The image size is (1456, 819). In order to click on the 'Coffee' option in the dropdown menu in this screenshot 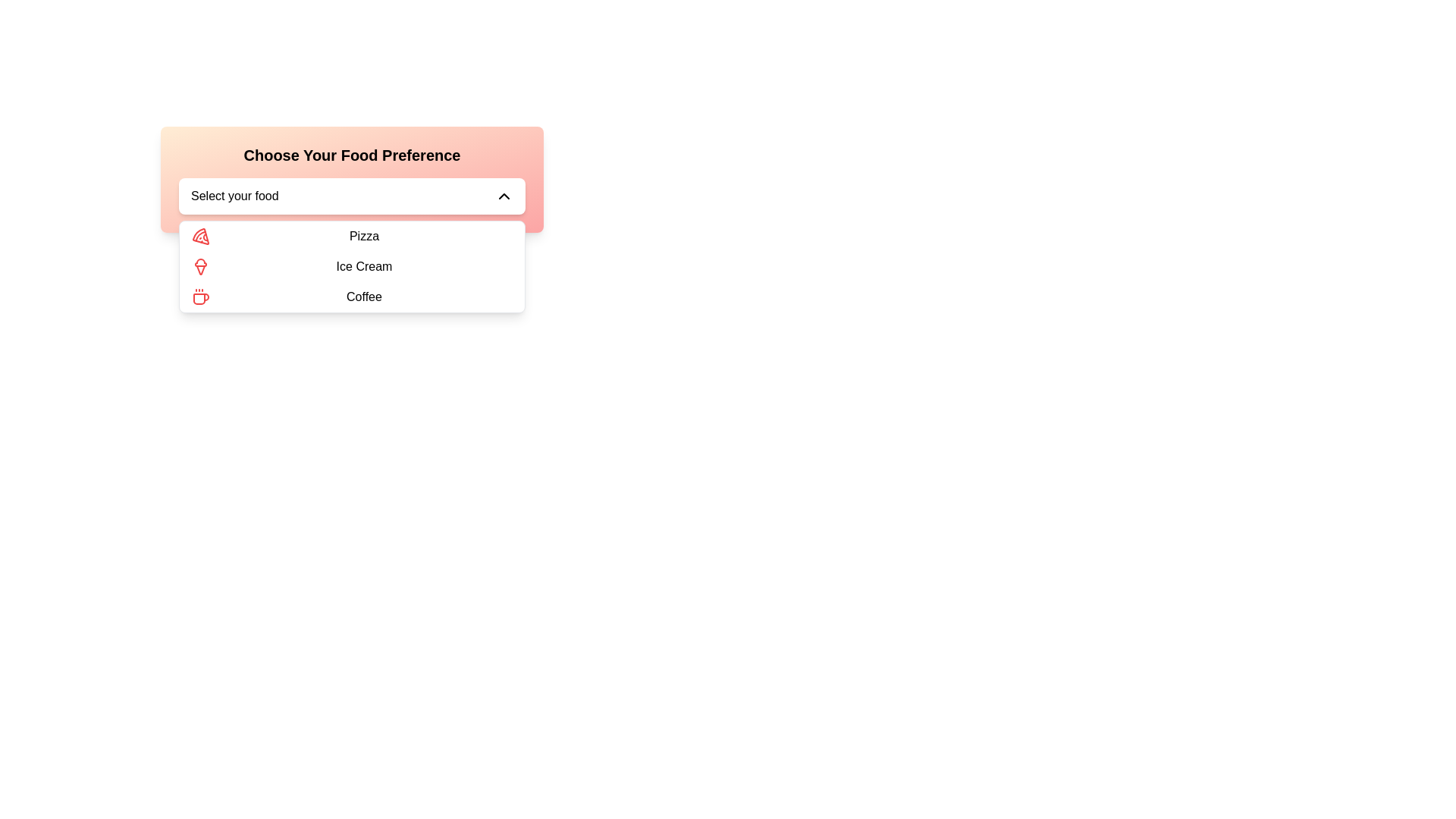, I will do `click(351, 297)`.